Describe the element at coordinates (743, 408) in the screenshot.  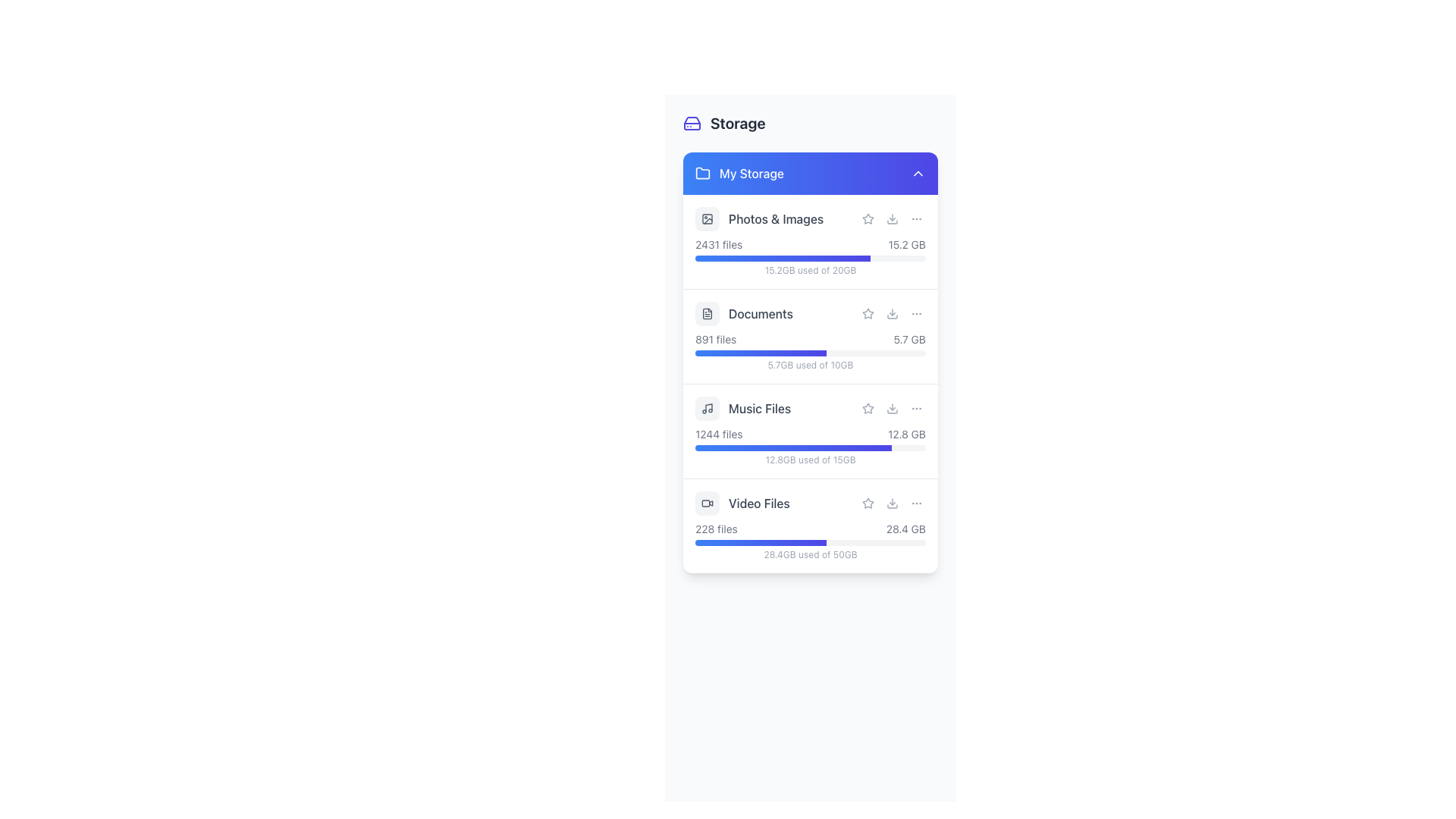
I see `the 'Music Files' label icon` at that location.